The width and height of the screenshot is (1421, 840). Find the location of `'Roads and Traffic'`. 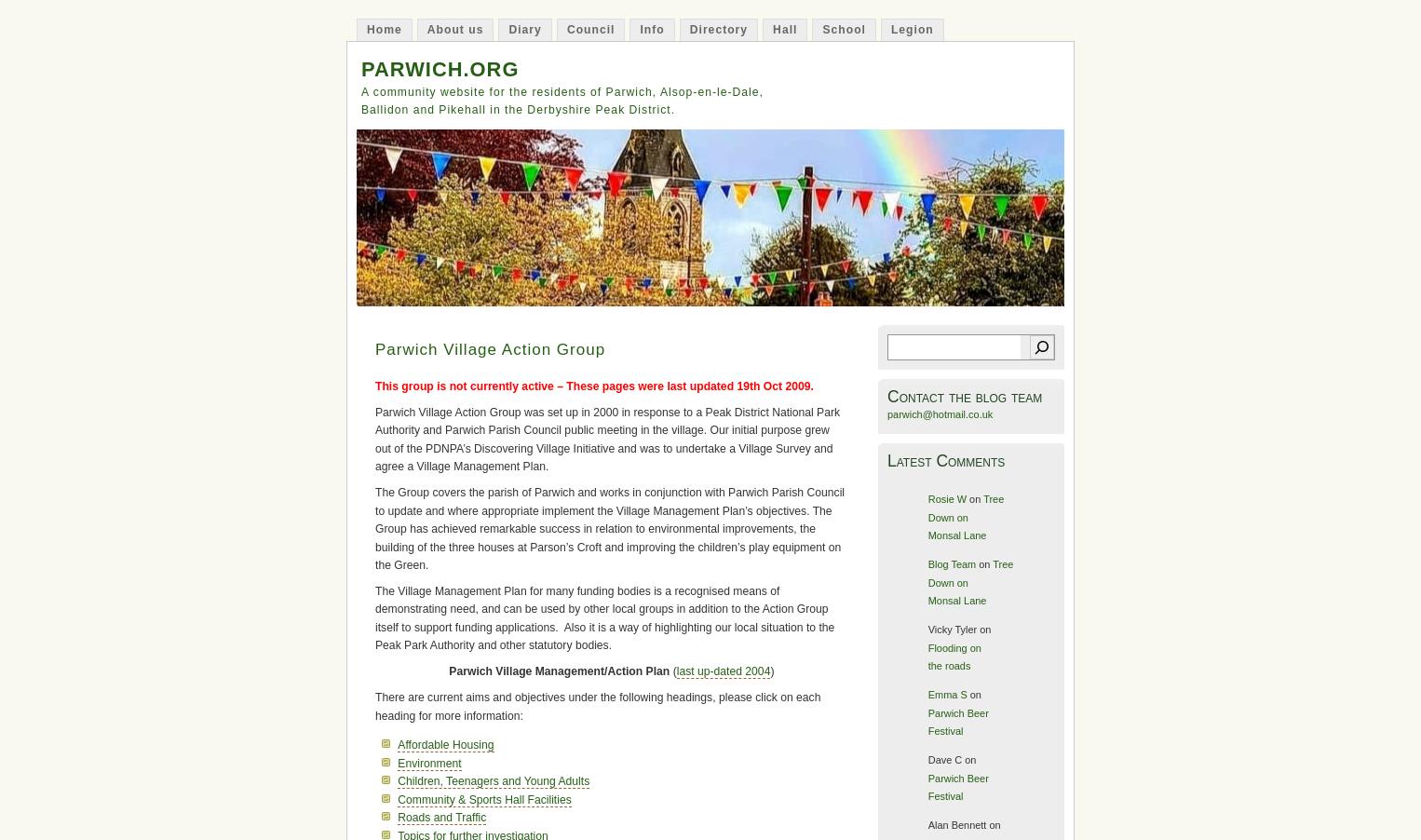

'Roads and Traffic' is located at coordinates (440, 818).